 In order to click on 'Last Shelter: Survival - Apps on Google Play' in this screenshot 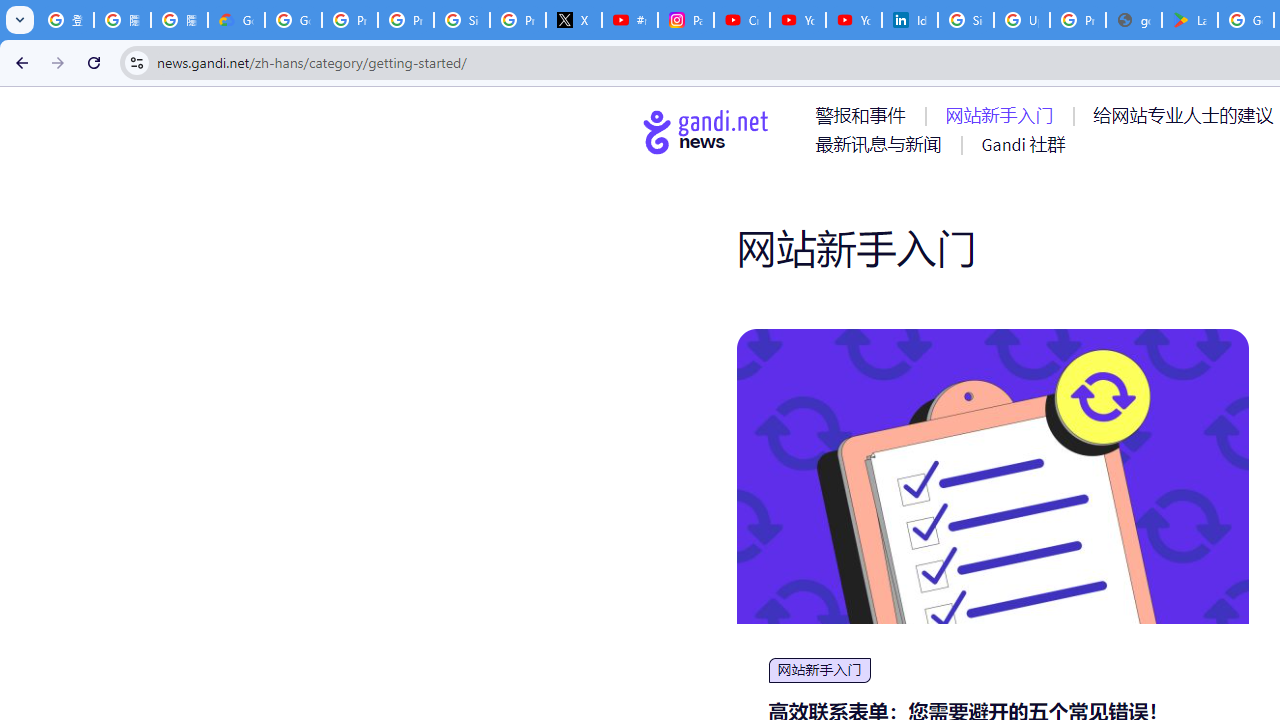, I will do `click(1190, 20)`.